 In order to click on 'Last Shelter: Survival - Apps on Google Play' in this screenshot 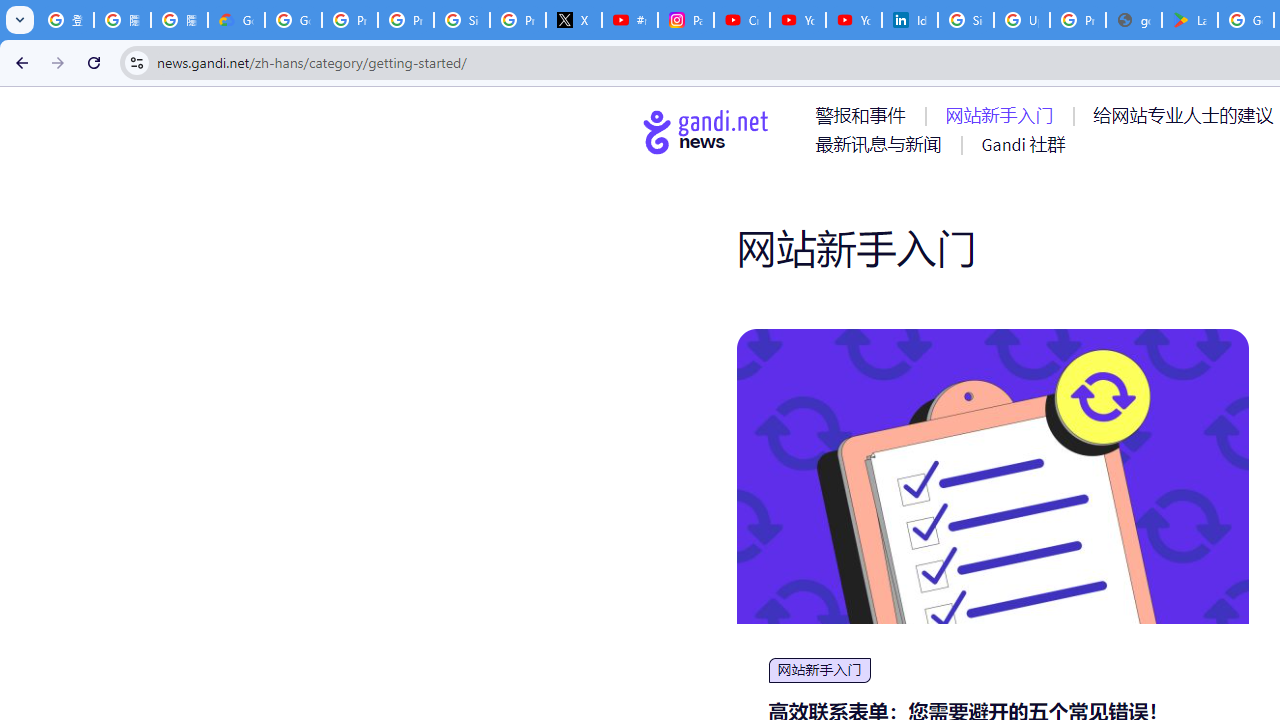, I will do `click(1190, 20)`.